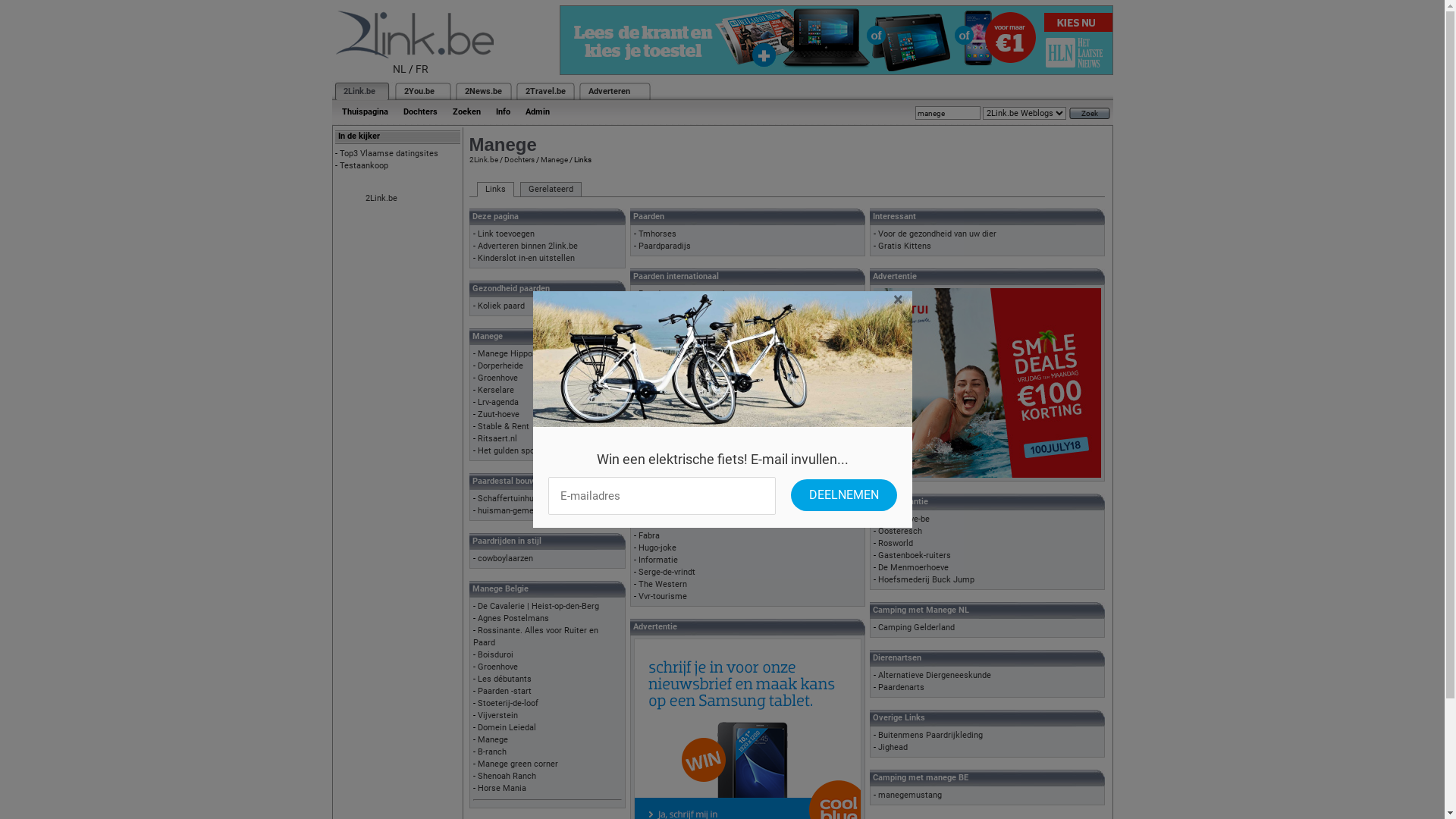 This screenshot has height=819, width=1456. Describe the element at coordinates (364, 111) in the screenshot. I see `'Thuispagina'` at that location.